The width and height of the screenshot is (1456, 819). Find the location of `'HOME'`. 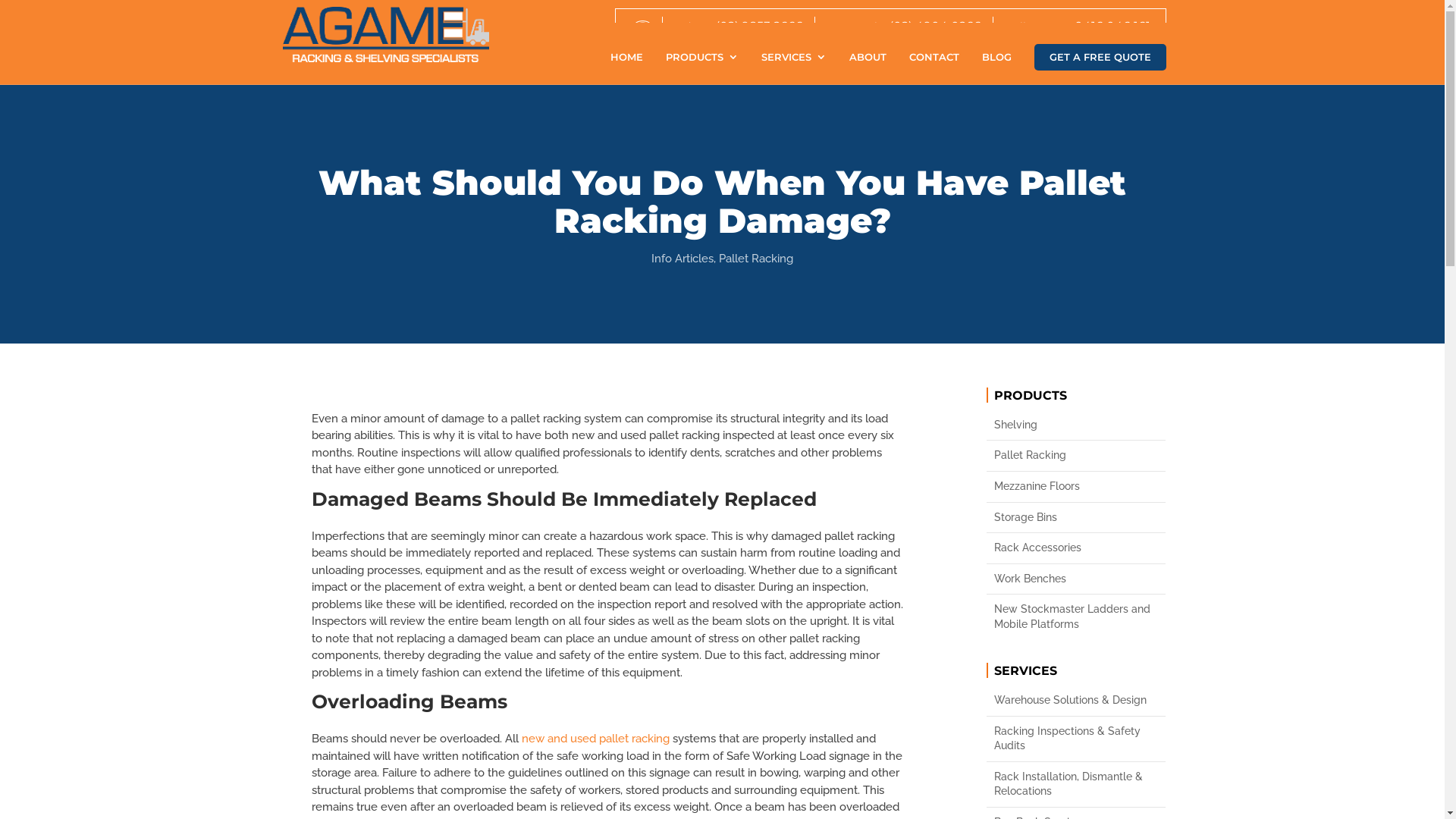

'HOME' is located at coordinates (626, 67).